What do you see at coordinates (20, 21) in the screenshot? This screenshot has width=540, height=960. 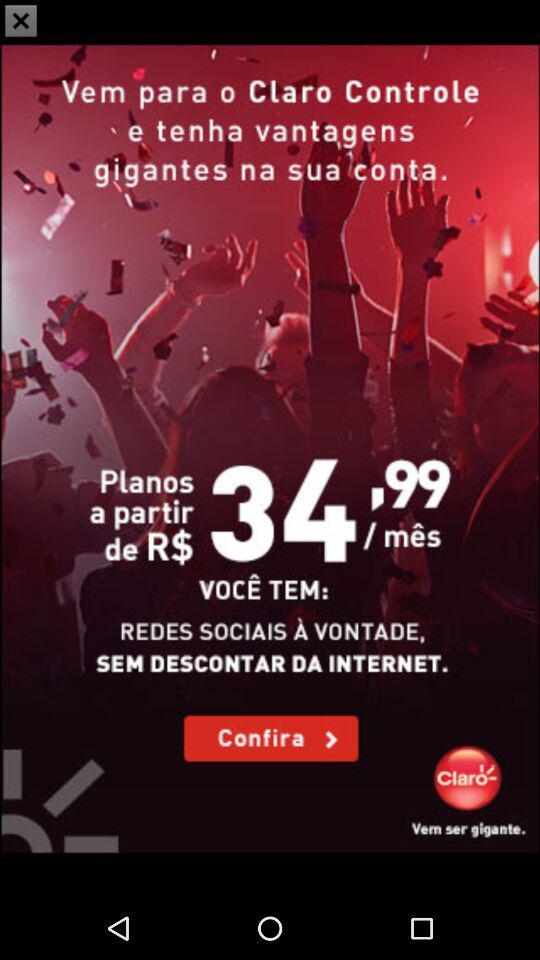 I see `the close icon` at bounding box center [20, 21].